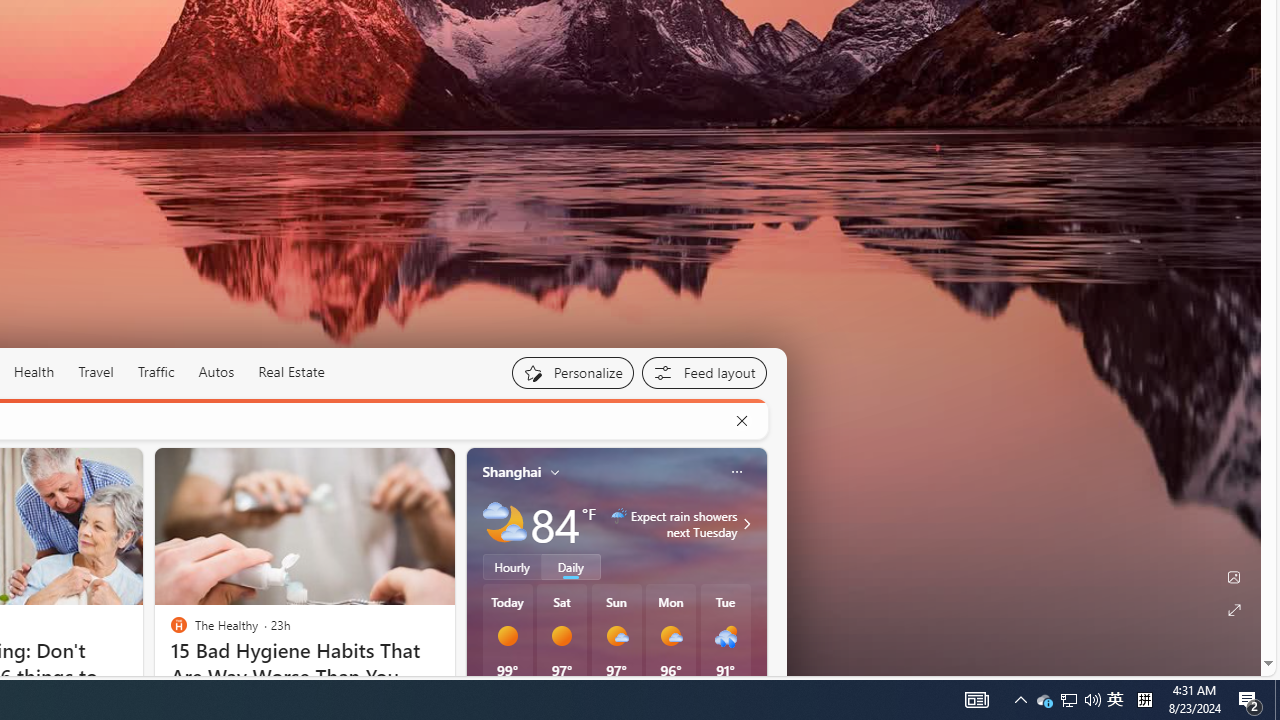 The width and height of the screenshot is (1280, 720). What do you see at coordinates (512, 471) in the screenshot?
I see `'Shanghai'` at bounding box center [512, 471].